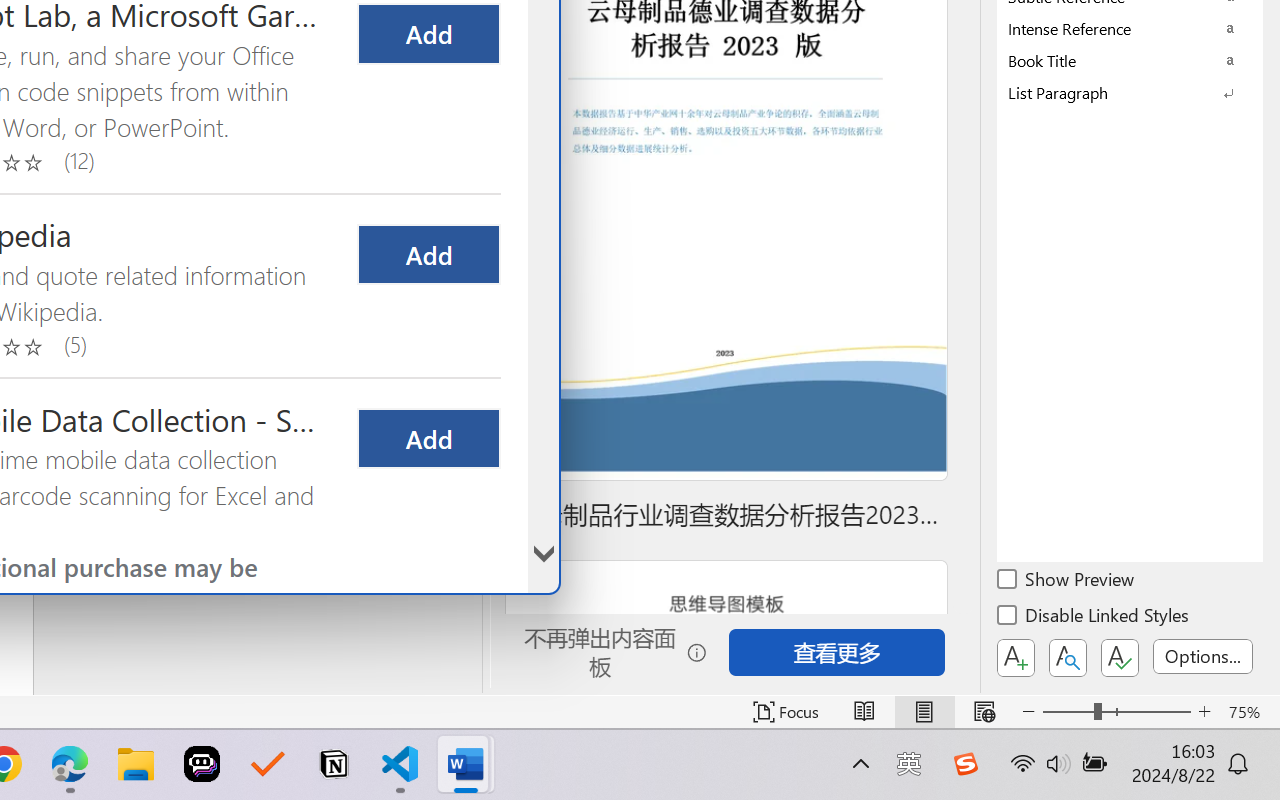 The image size is (1280, 800). Describe the element at coordinates (334, 764) in the screenshot. I see `'Notion'` at that location.